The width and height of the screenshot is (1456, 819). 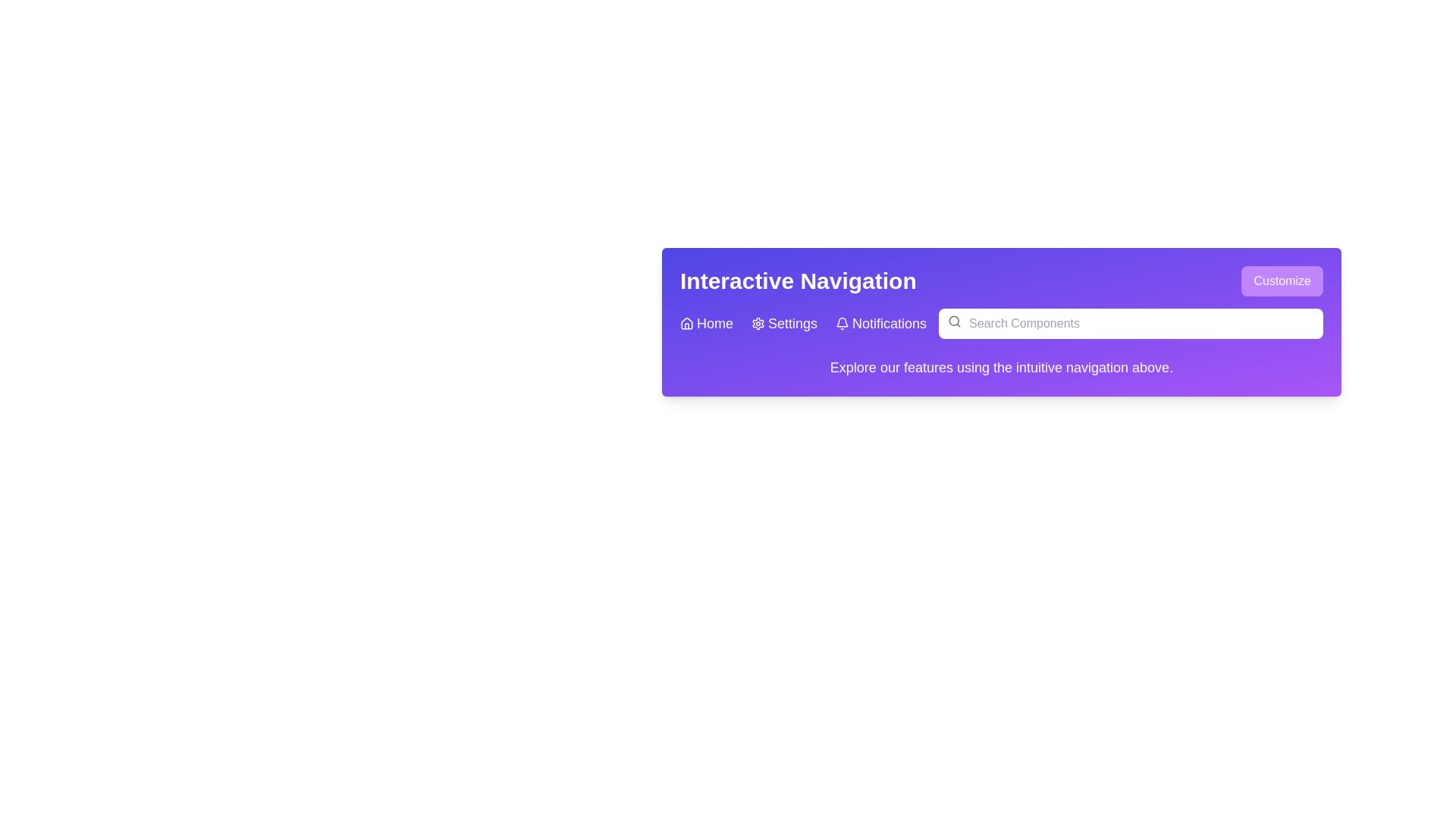 What do you see at coordinates (1281, 281) in the screenshot?
I see `the button located in the top-right corner of the purple banner` at bounding box center [1281, 281].